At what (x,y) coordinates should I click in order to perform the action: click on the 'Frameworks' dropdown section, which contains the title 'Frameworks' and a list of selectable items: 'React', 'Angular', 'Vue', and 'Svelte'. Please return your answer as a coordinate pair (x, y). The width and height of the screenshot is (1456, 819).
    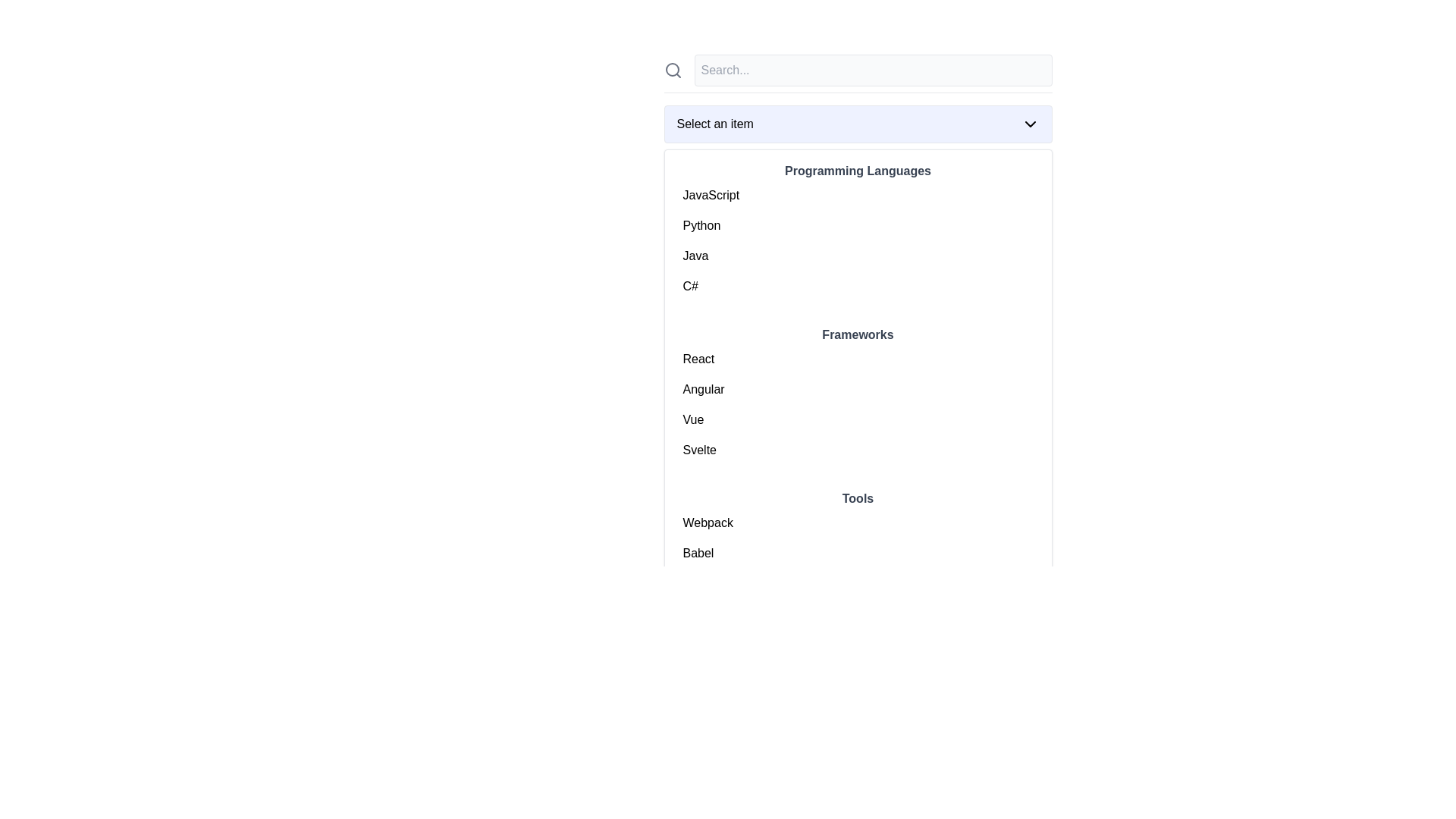
    Looking at the image, I should click on (858, 394).